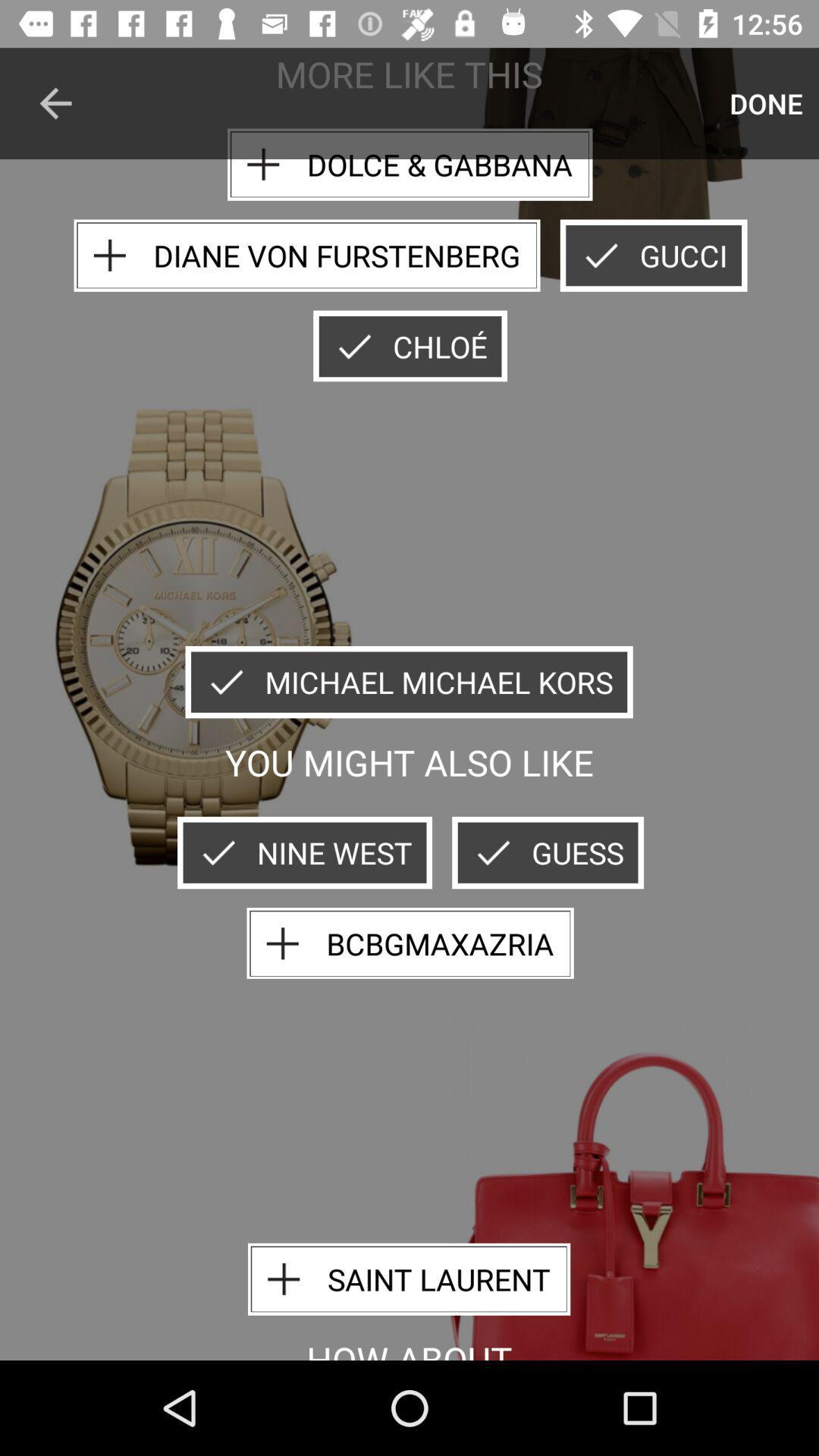 The height and width of the screenshot is (1456, 819). Describe the element at coordinates (304, 852) in the screenshot. I see `item below you might also` at that location.